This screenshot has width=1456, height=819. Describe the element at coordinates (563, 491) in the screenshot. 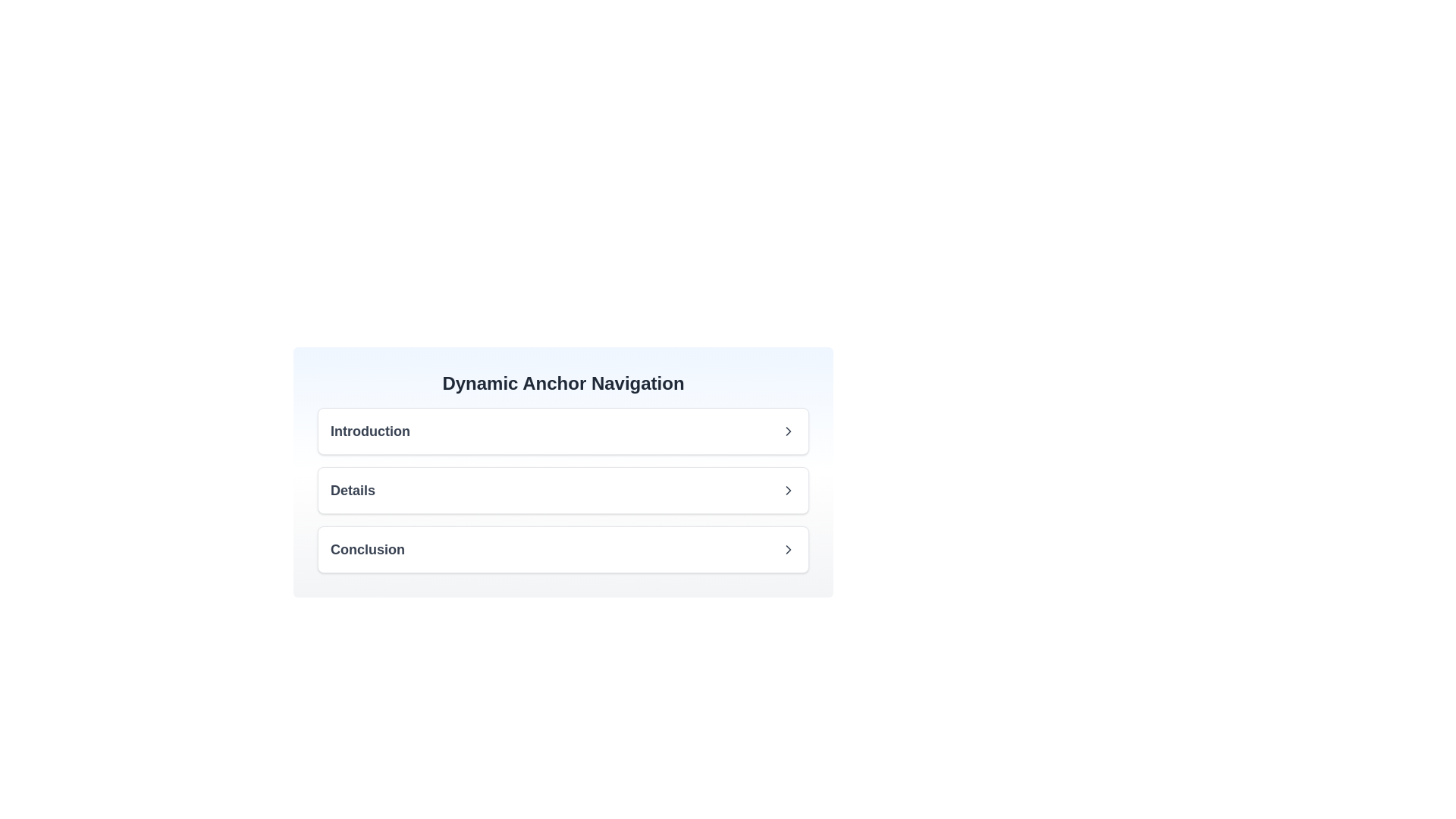

I see `the 'Details' button` at that location.